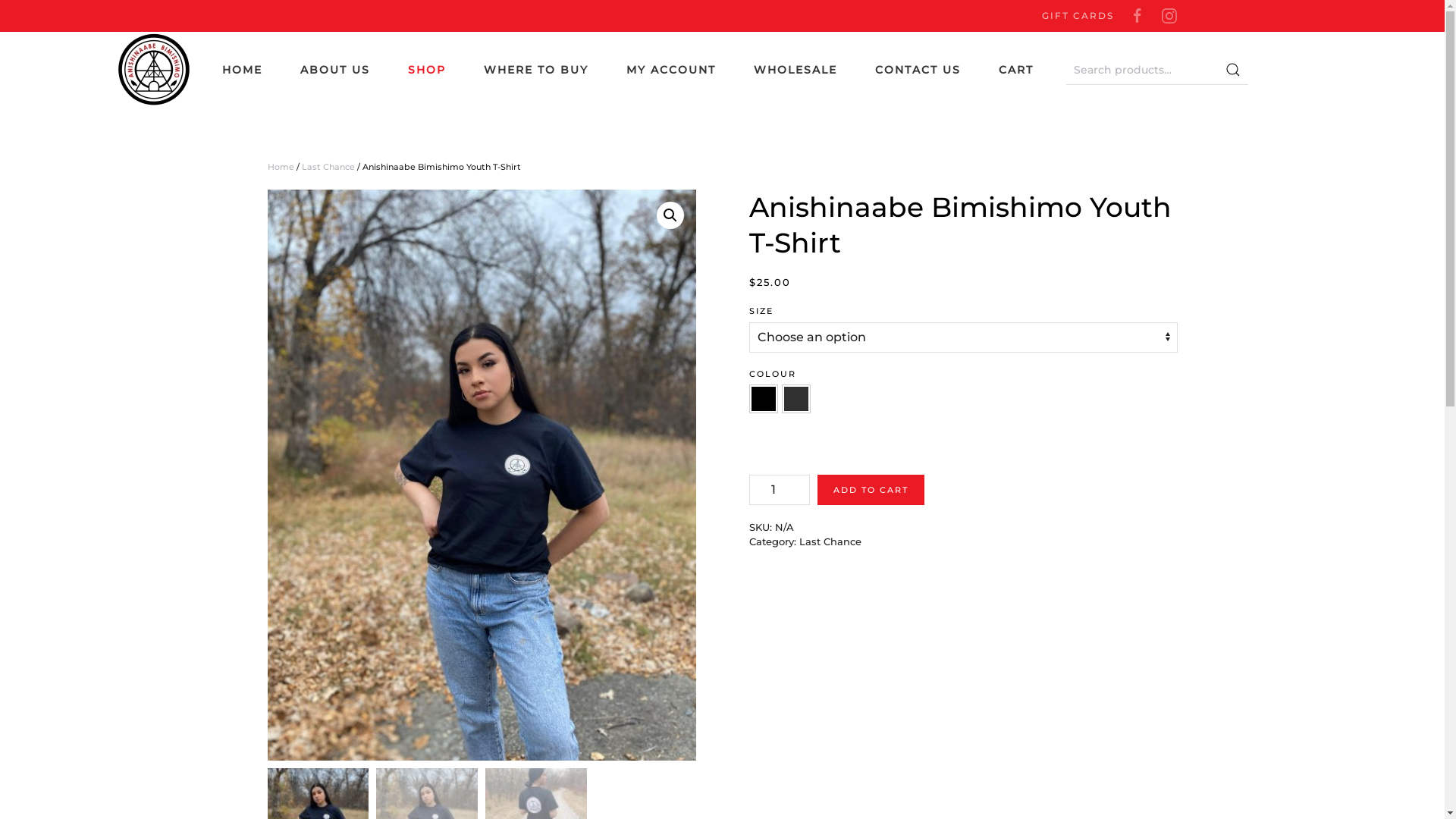 This screenshot has width=1456, height=819. Describe the element at coordinates (795, 70) in the screenshot. I see `'WHOLESALE'` at that location.